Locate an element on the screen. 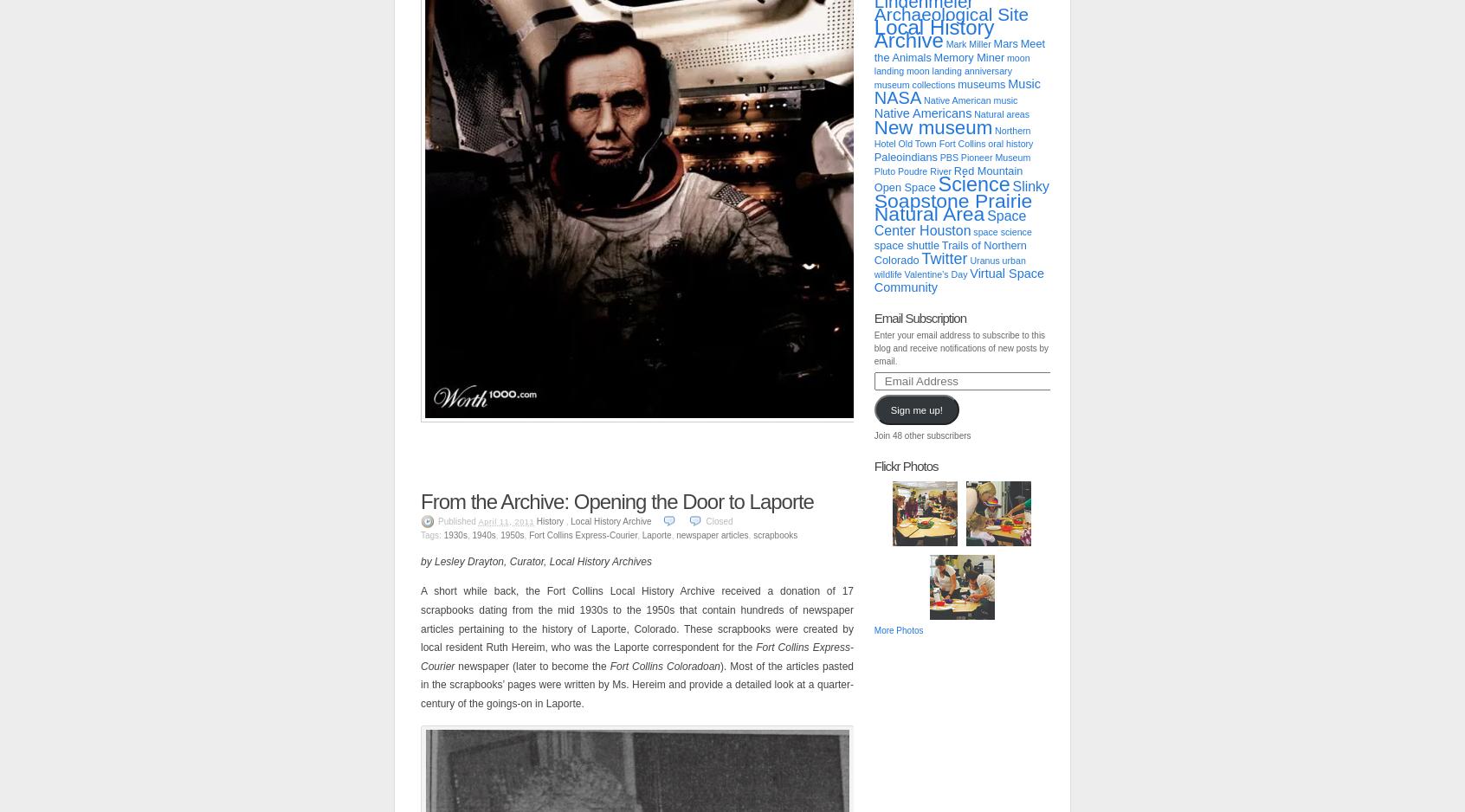  'Tags:' is located at coordinates (431, 534).